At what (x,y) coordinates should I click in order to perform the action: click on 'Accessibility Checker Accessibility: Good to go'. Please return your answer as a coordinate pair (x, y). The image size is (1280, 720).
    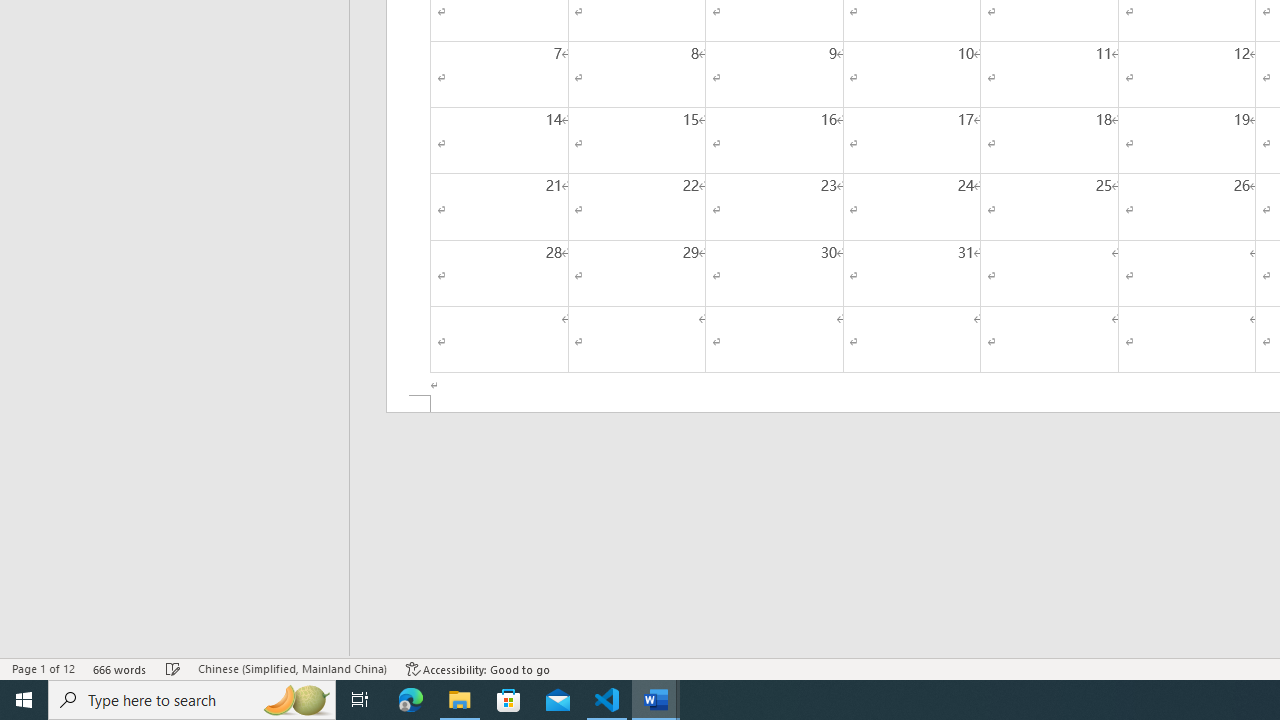
    Looking at the image, I should click on (477, 669).